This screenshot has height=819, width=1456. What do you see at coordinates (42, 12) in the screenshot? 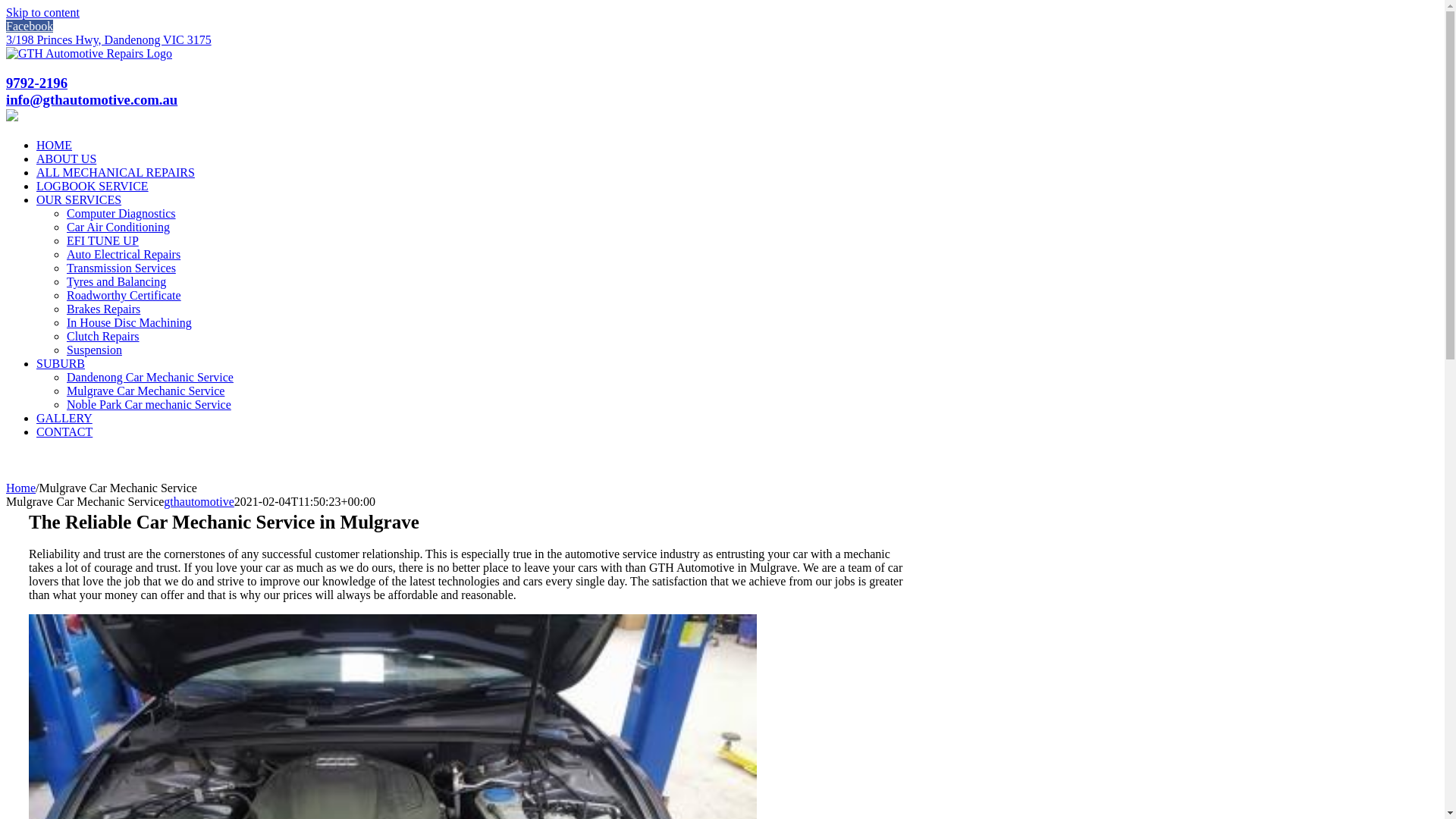
I see `'Skip to content'` at bounding box center [42, 12].